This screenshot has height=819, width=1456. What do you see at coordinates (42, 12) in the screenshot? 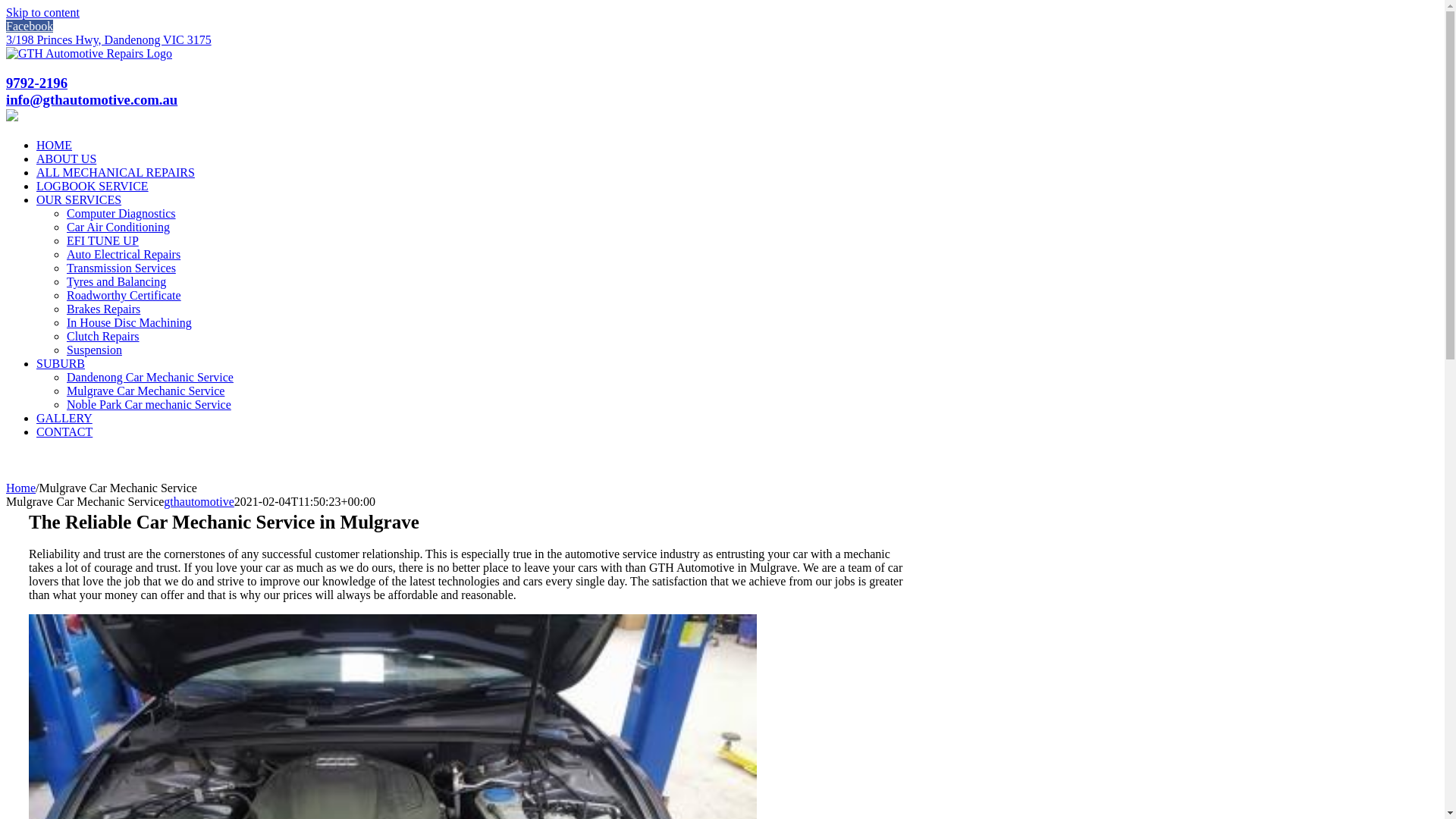
I see `'Skip to content'` at bounding box center [42, 12].